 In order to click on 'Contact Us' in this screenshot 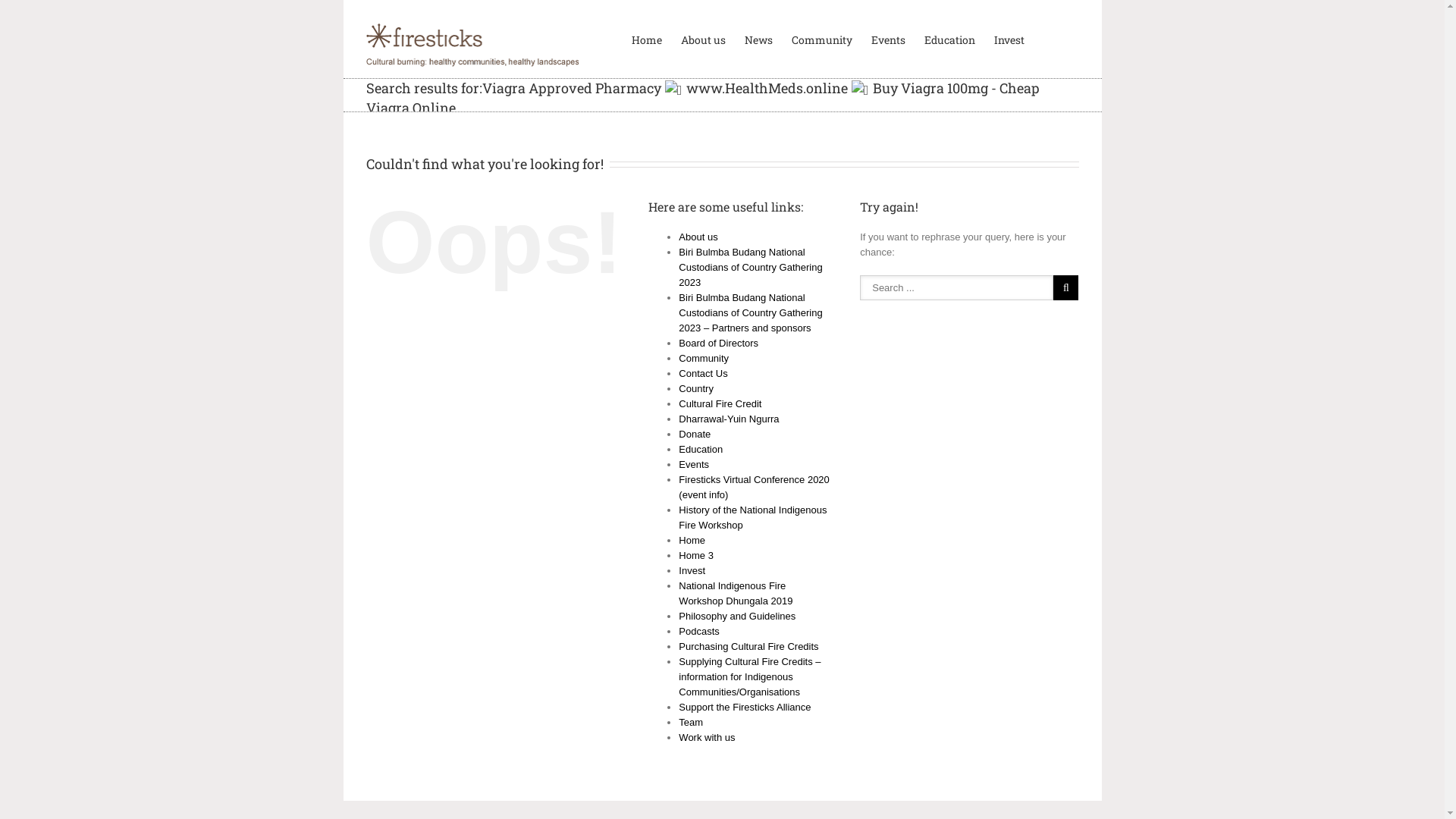, I will do `click(701, 373)`.